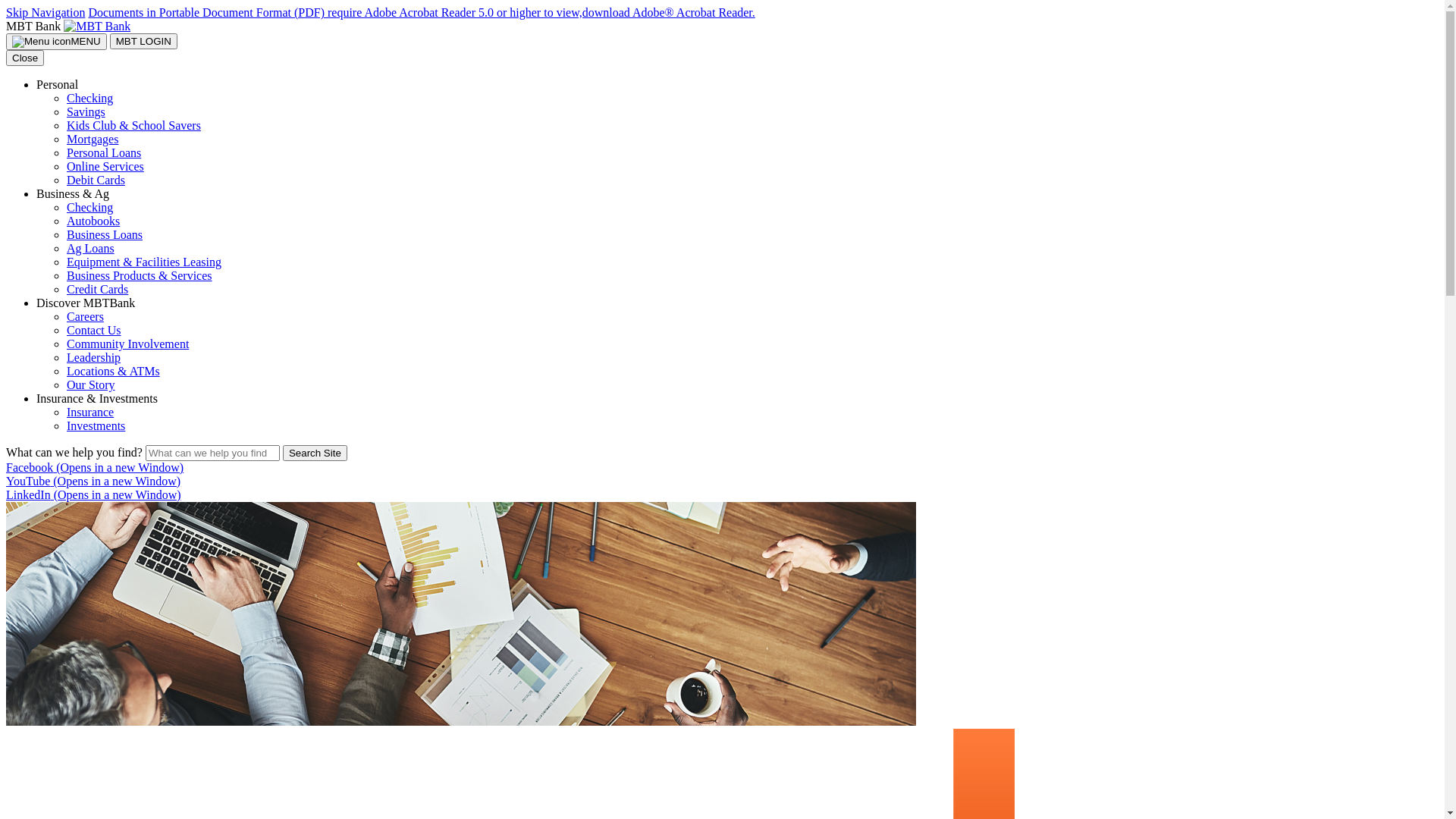  What do you see at coordinates (93, 357) in the screenshot?
I see `'Leadership'` at bounding box center [93, 357].